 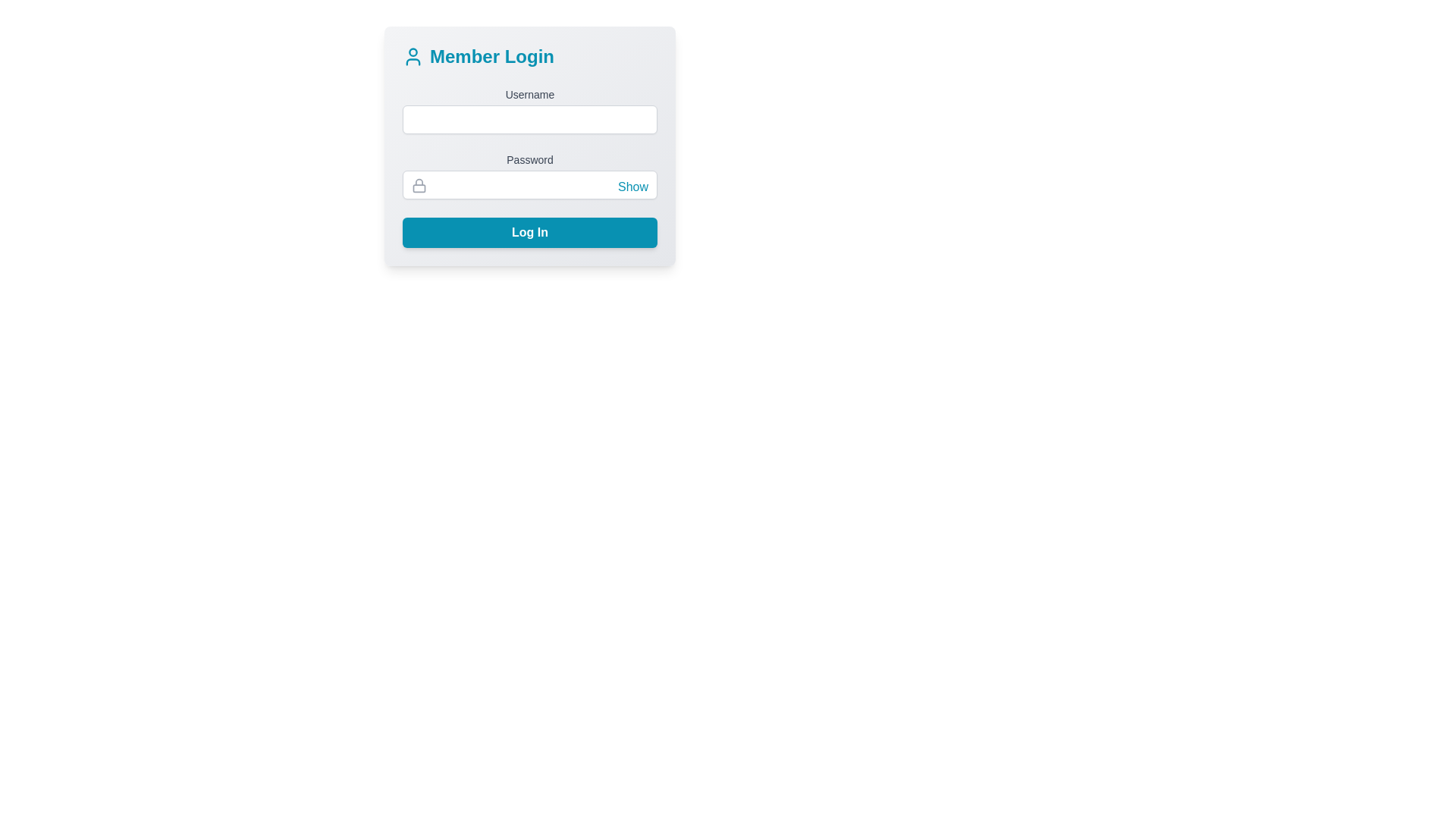 What do you see at coordinates (419, 187) in the screenshot?
I see `the lower part of the lock icon, which is a small rectangular shape with slightly rounded corners, located to the left of the password input field in the login form` at bounding box center [419, 187].